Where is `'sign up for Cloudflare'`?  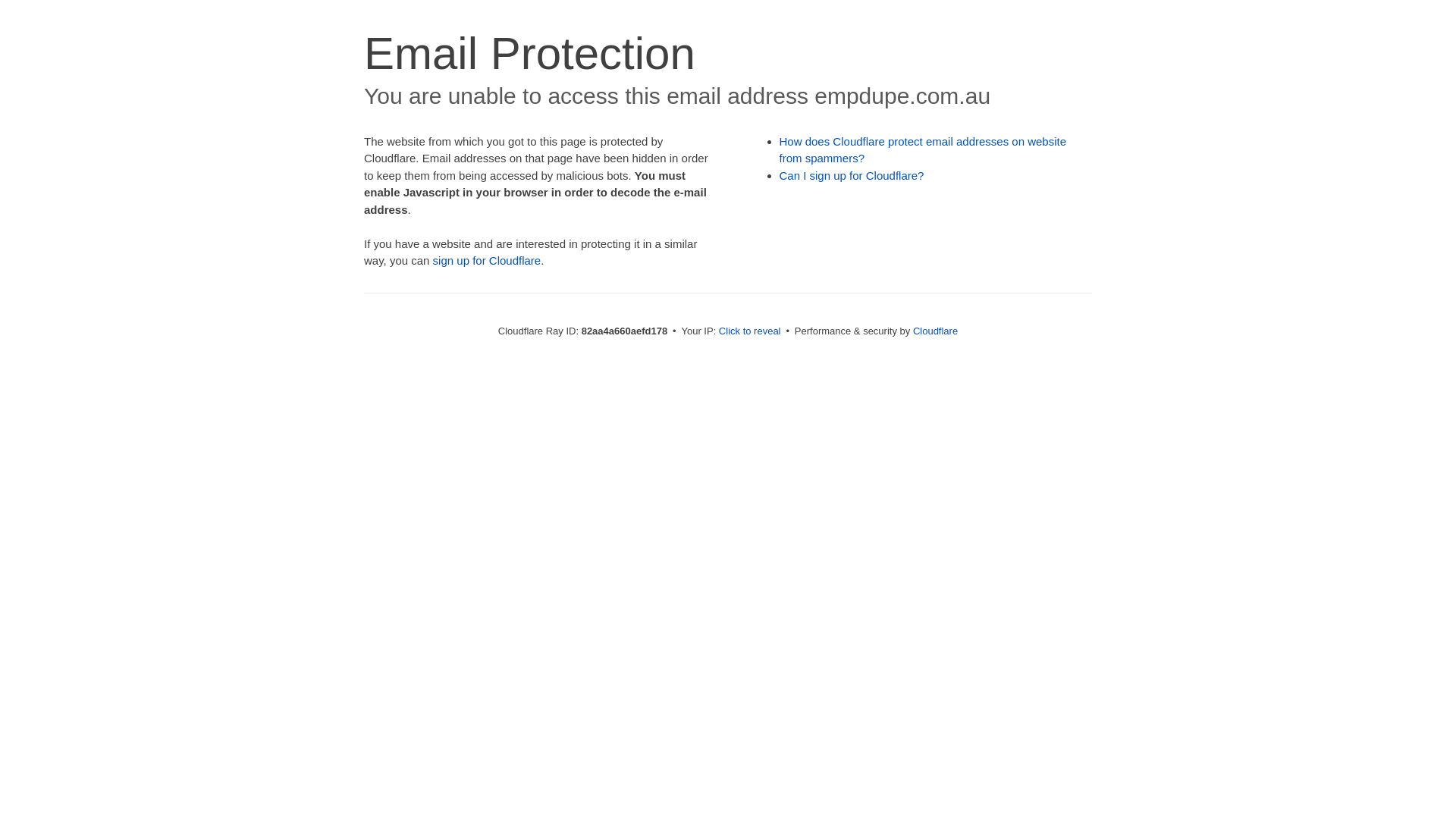
'sign up for Cloudflare' is located at coordinates (487, 259).